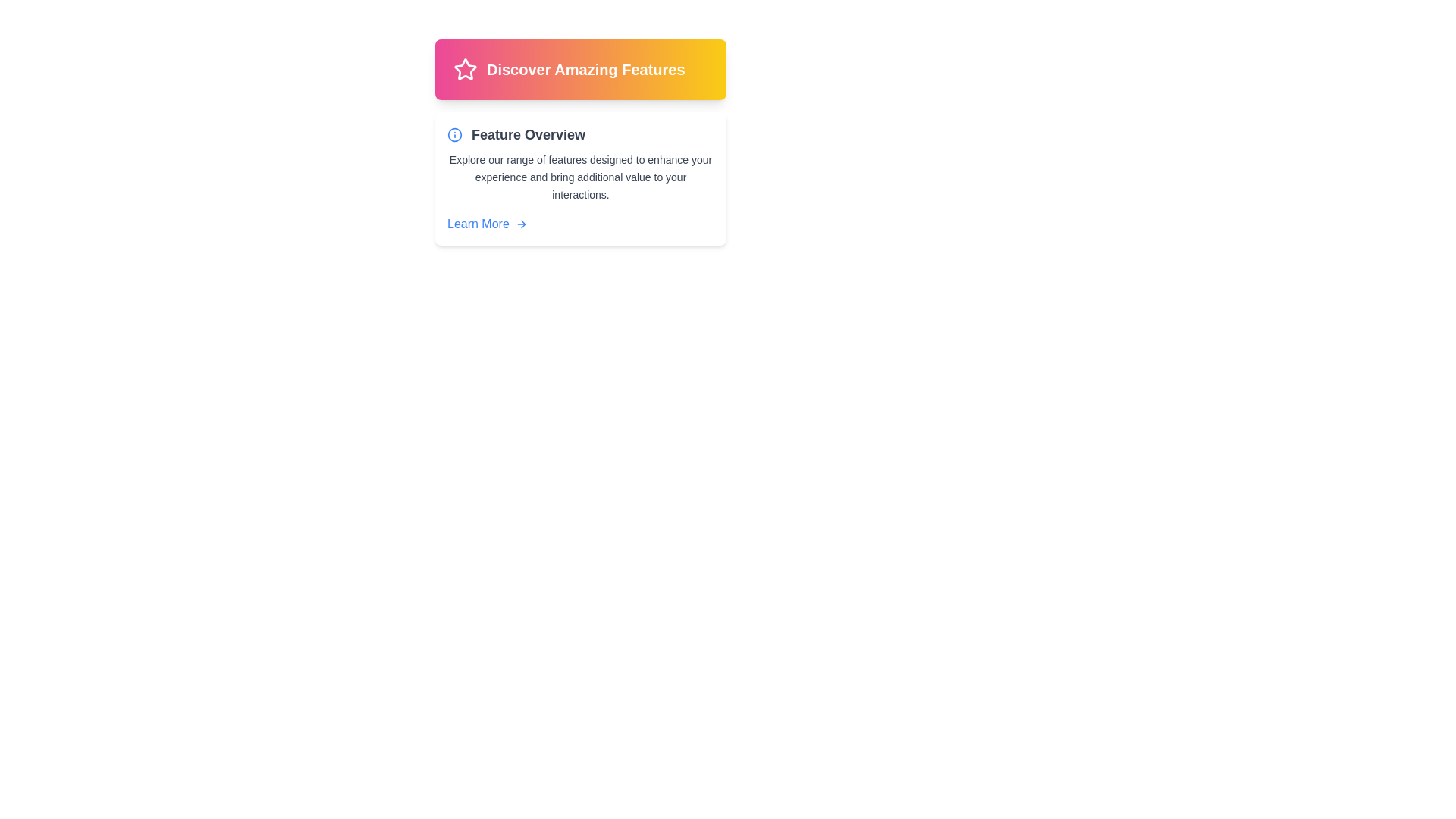 This screenshot has height=819, width=1456. What do you see at coordinates (585, 70) in the screenshot?
I see `the text label that reads 'Discover Amazing Features', which is bold and large, styled in white against a vibrant pink to orange gradient background` at bounding box center [585, 70].